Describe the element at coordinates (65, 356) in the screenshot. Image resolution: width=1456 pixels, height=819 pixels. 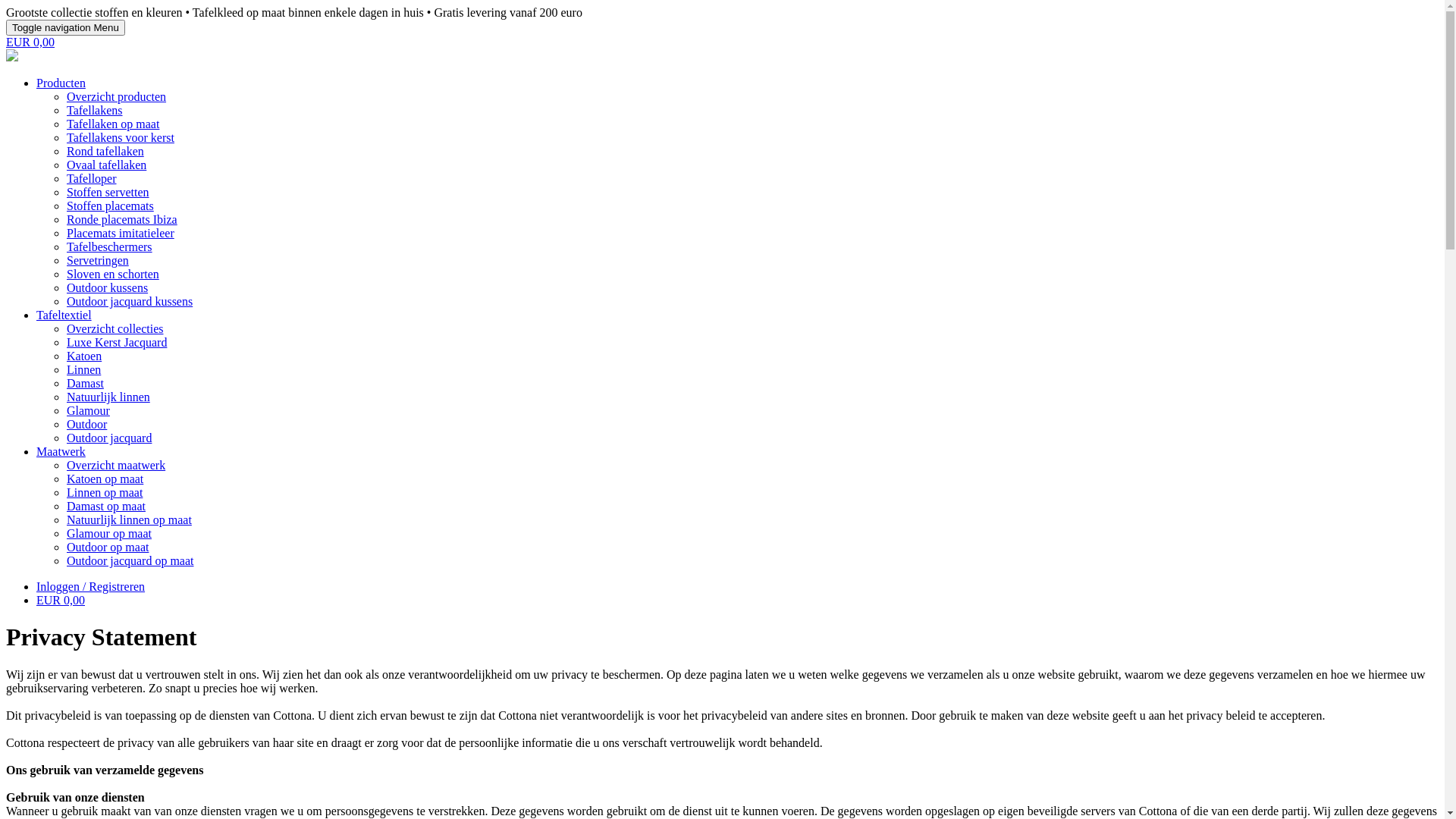
I see `'Katoen'` at that location.